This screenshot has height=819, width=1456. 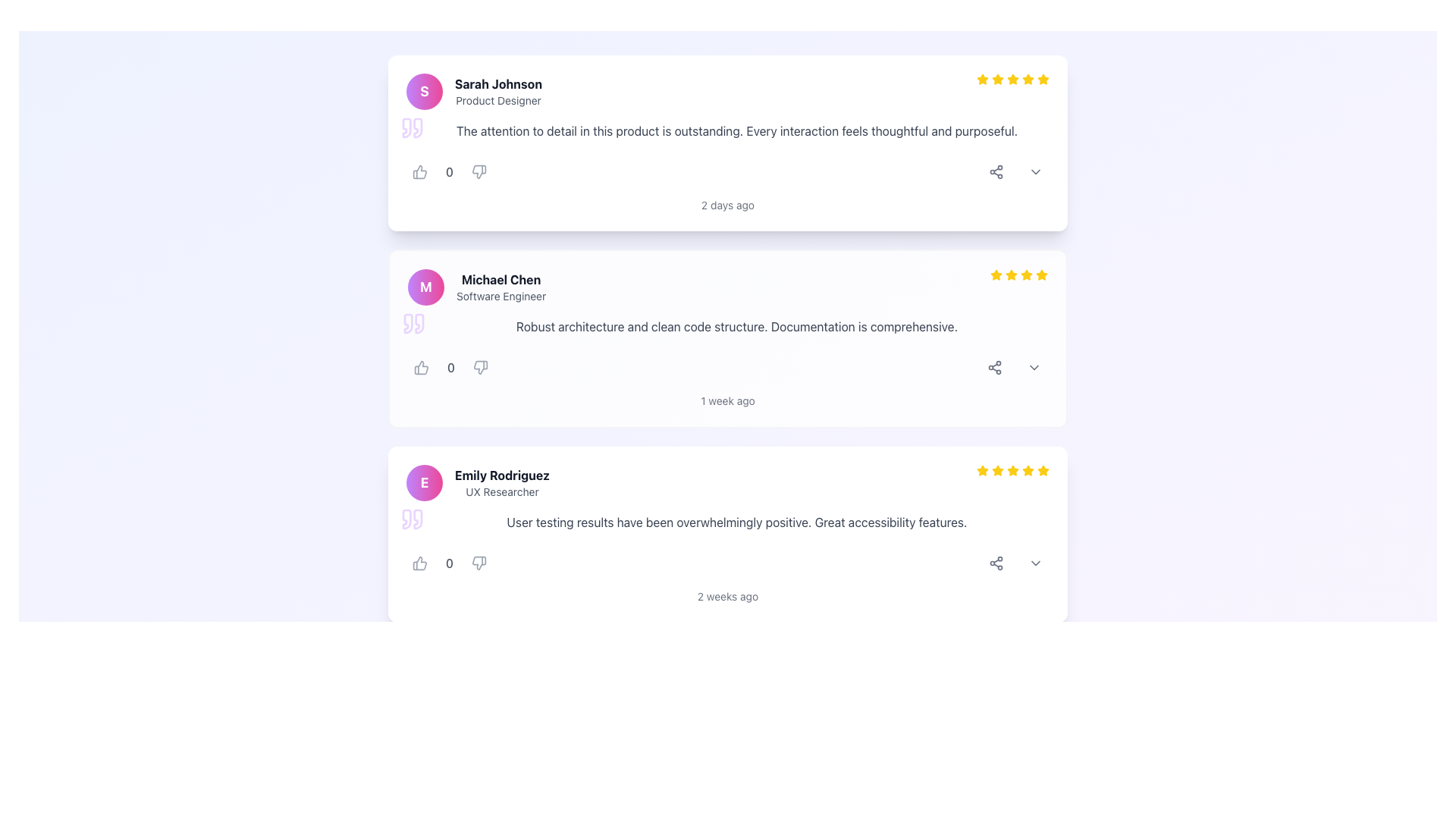 I want to click on the numeric display showing the count of feedback (likes/dislikes) for user 'Sarah Johnson', positioned centrally between two icons in the comment panel, so click(x=449, y=171).